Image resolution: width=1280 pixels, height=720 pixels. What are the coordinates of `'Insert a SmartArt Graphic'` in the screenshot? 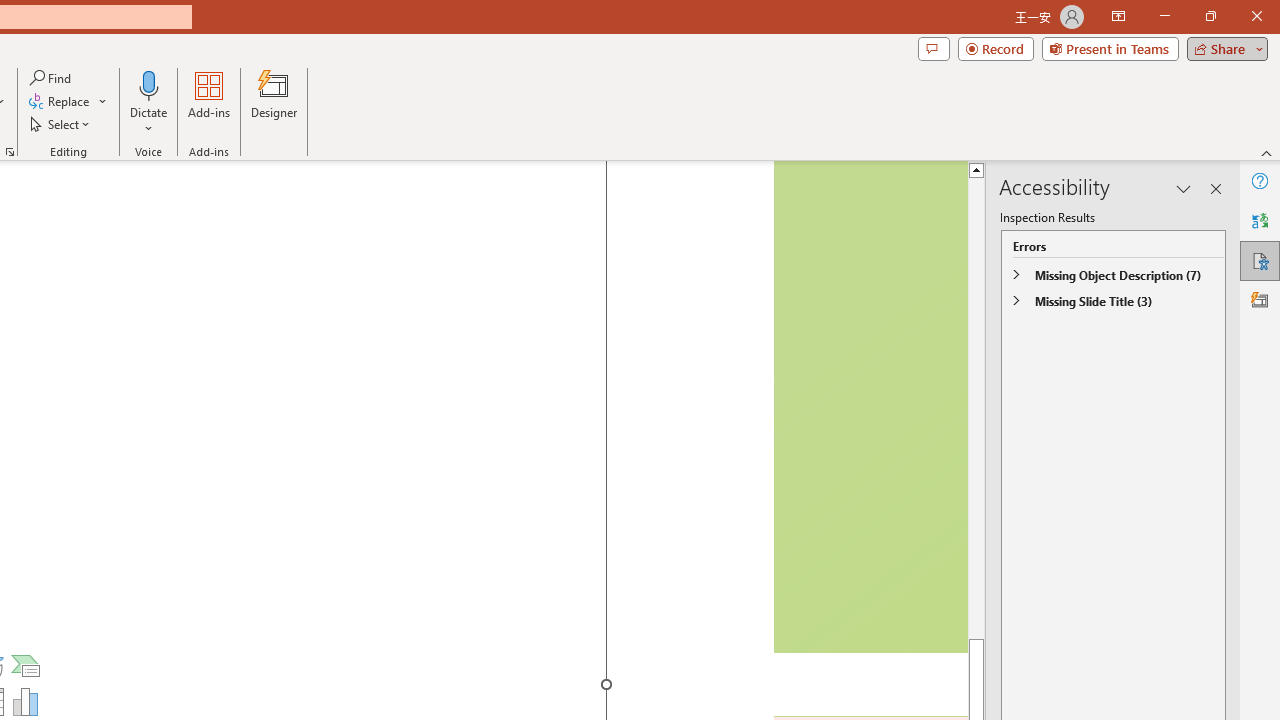 It's located at (26, 666).